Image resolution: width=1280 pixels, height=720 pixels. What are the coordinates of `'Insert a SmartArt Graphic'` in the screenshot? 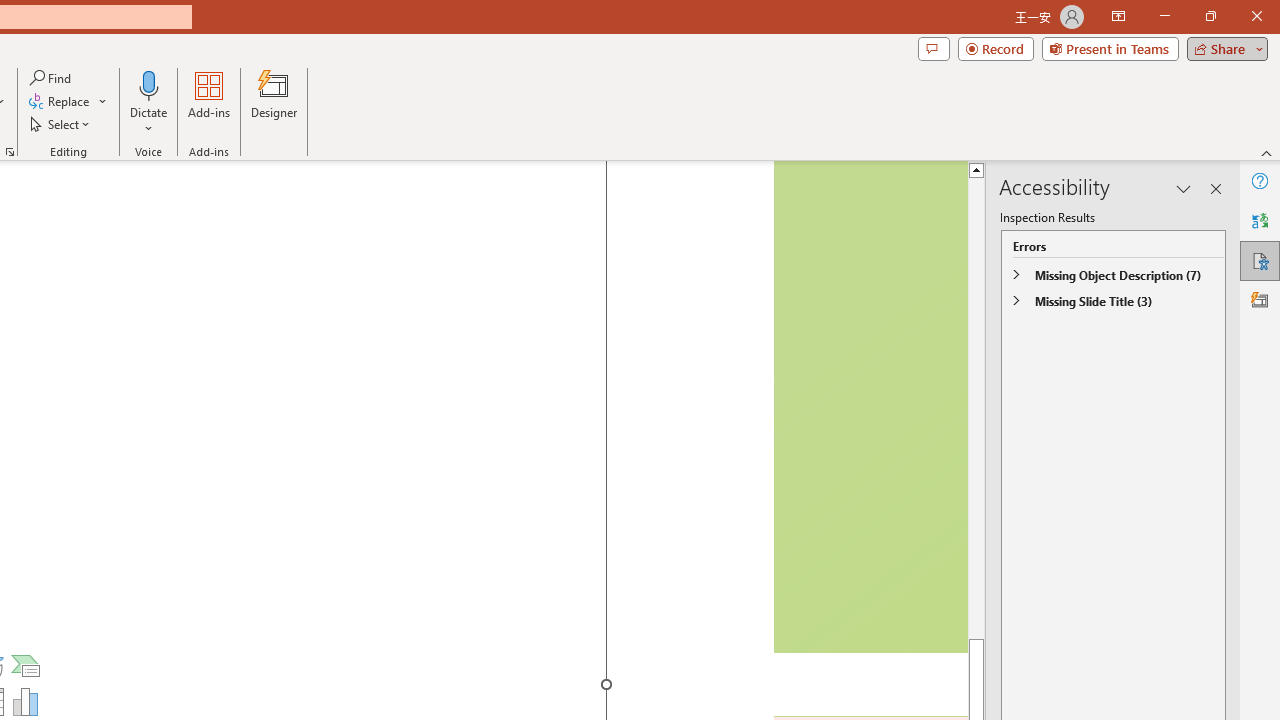 It's located at (26, 666).